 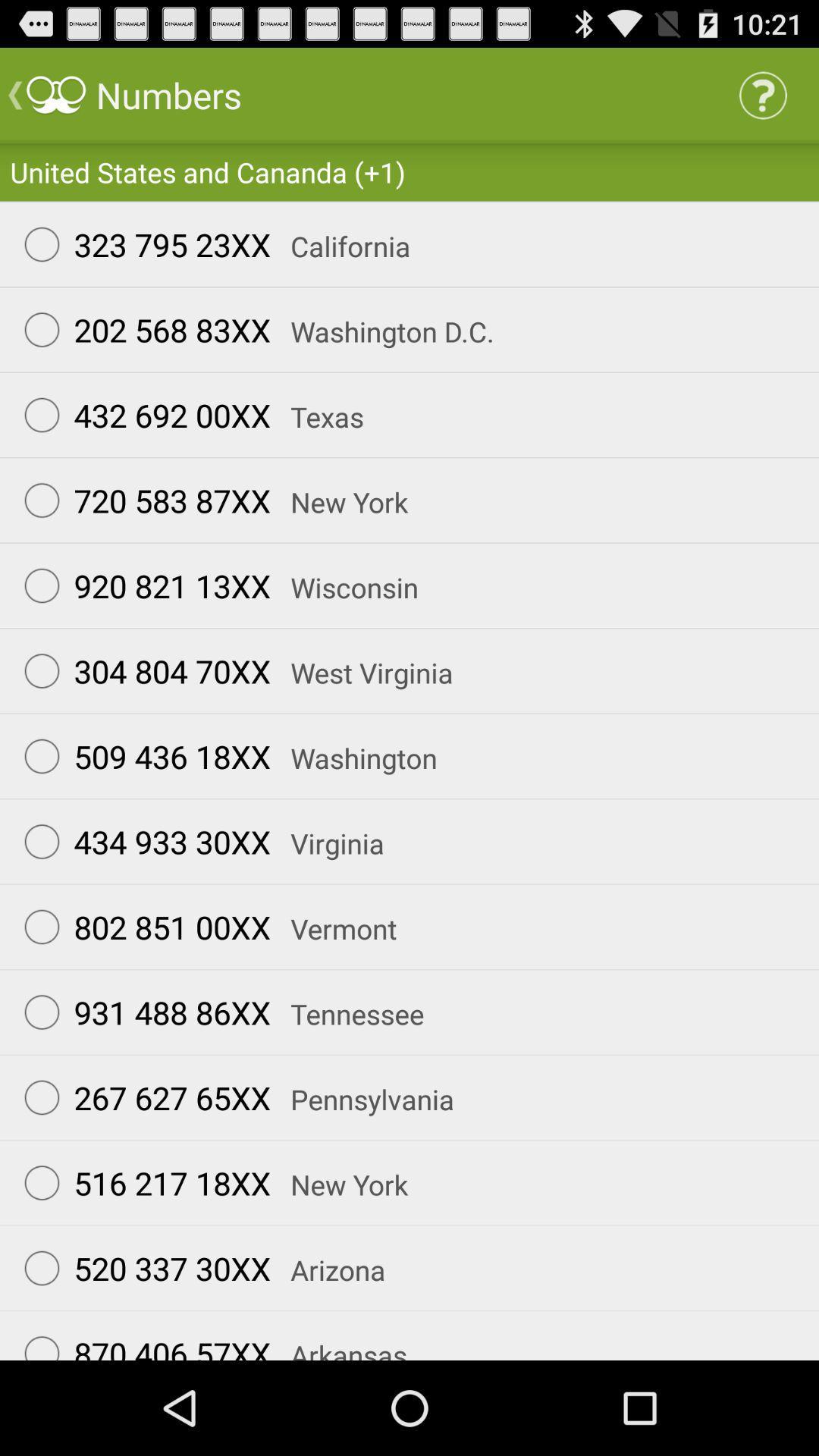 I want to click on item to the left of the washington d.c. icon, so click(x=140, y=329).